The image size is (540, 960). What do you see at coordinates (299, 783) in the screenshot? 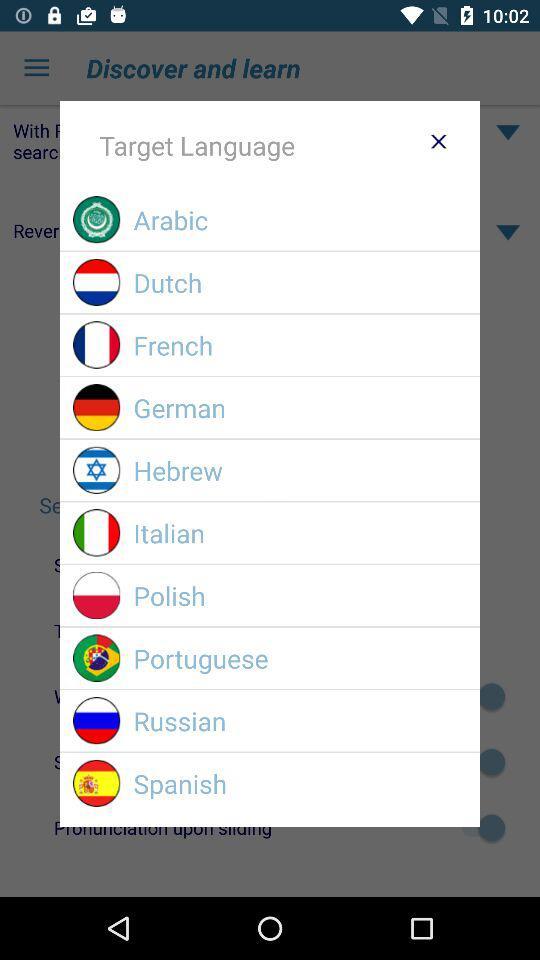
I see `the spanish` at bounding box center [299, 783].